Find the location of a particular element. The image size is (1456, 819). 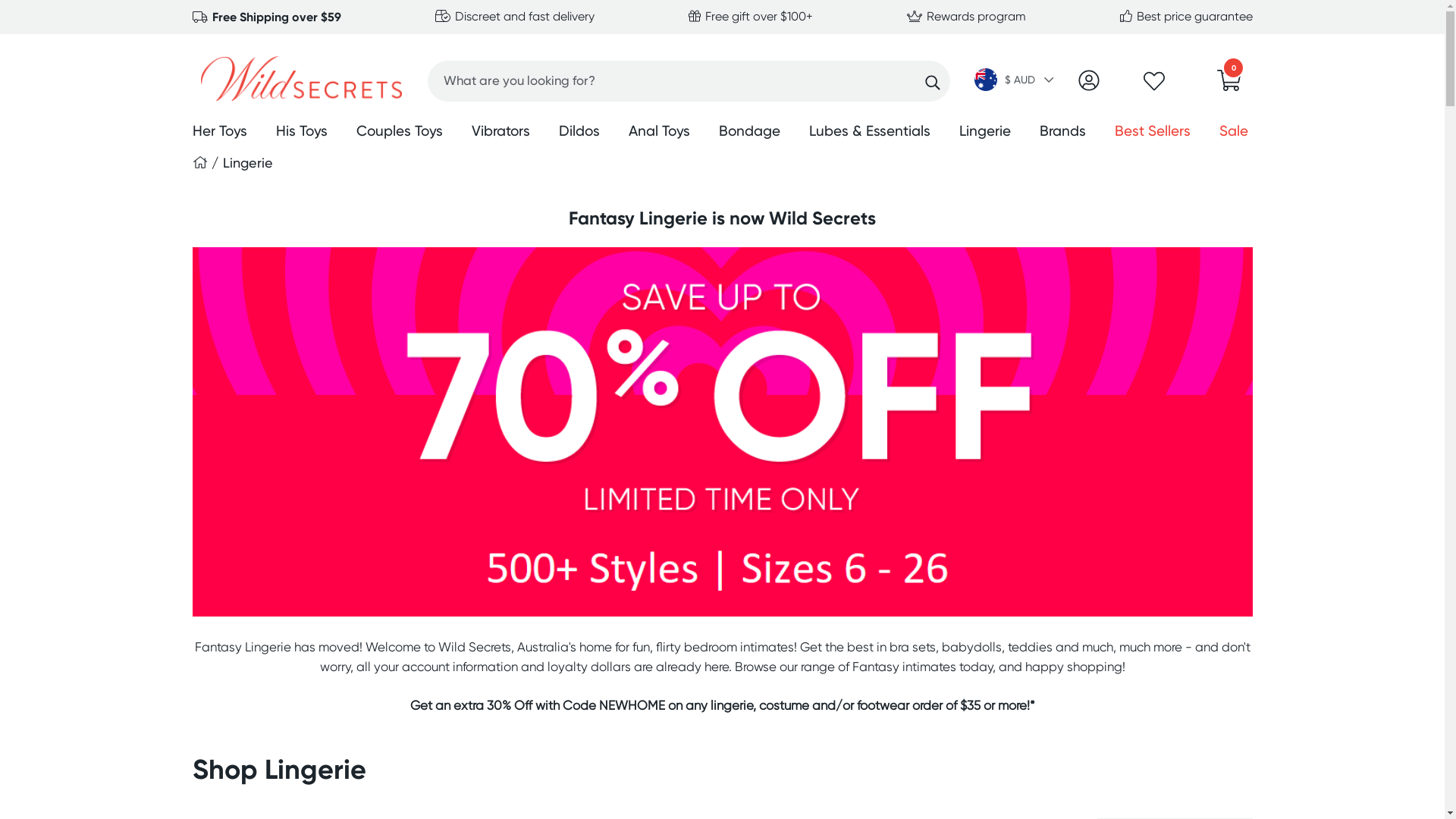

'Couples Toys' is located at coordinates (400, 131).